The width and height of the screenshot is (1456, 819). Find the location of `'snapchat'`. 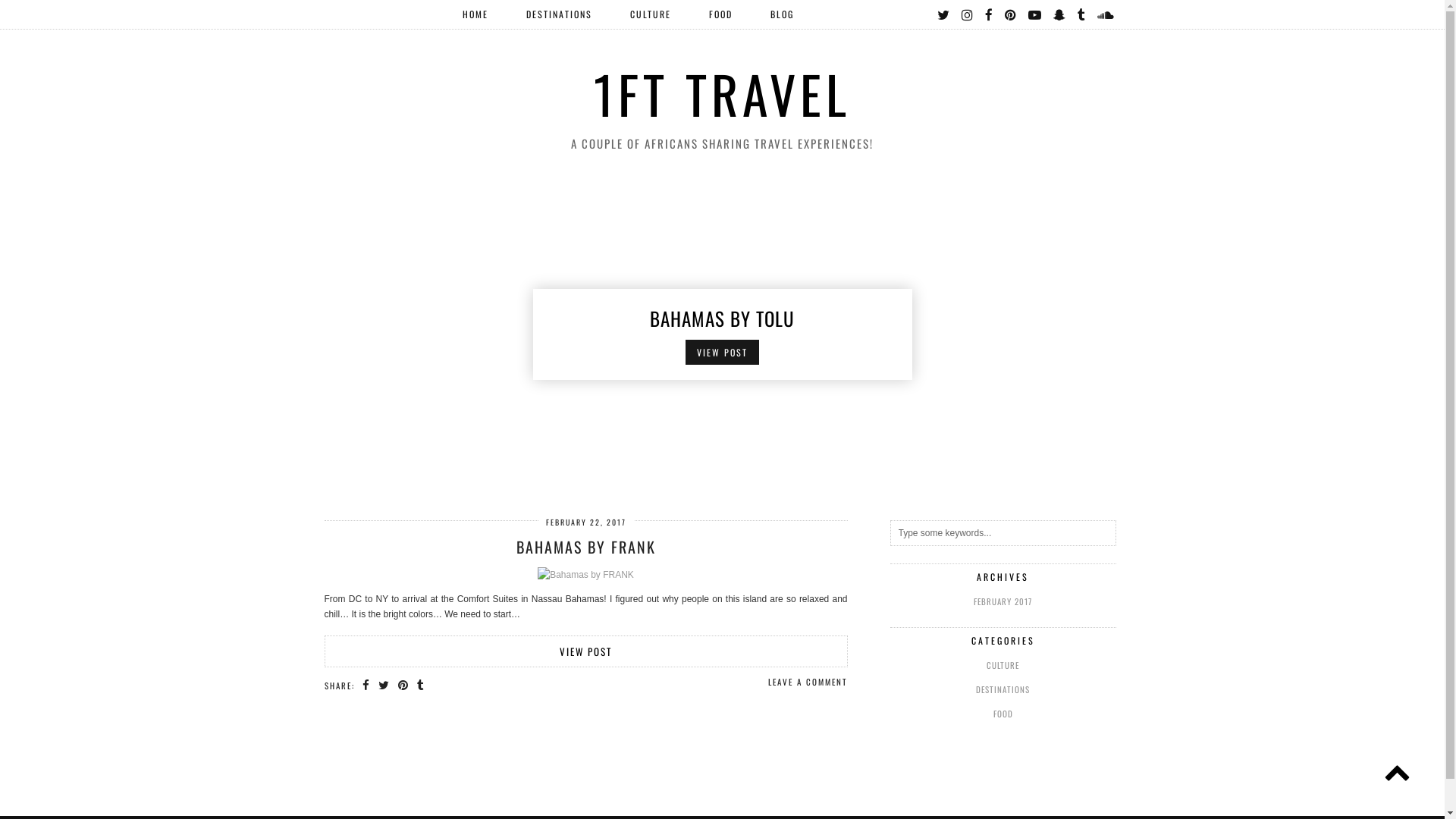

'snapchat' is located at coordinates (1051, 14).